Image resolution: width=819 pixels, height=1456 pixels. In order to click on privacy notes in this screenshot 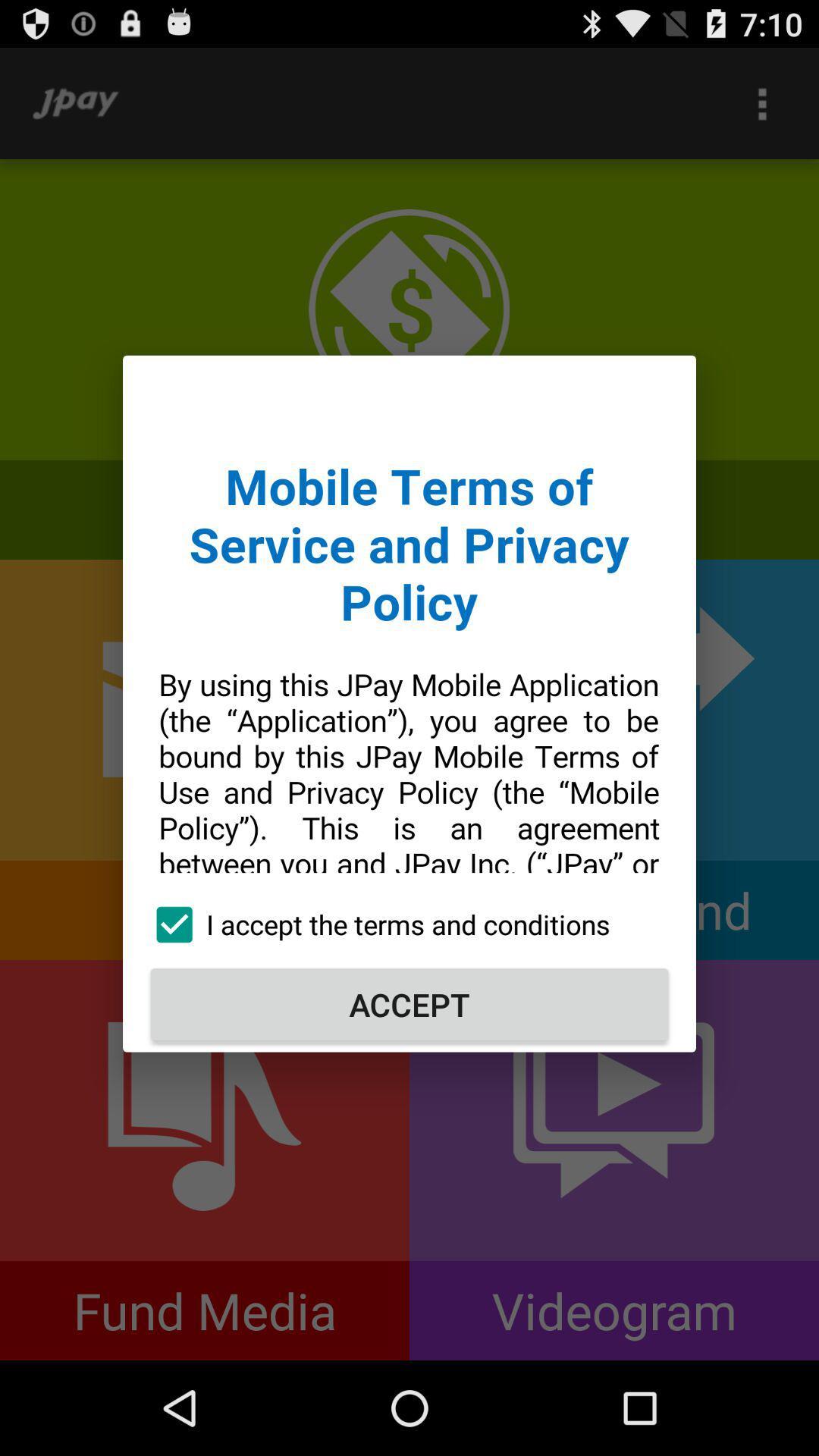, I will do `click(409, 629)`.